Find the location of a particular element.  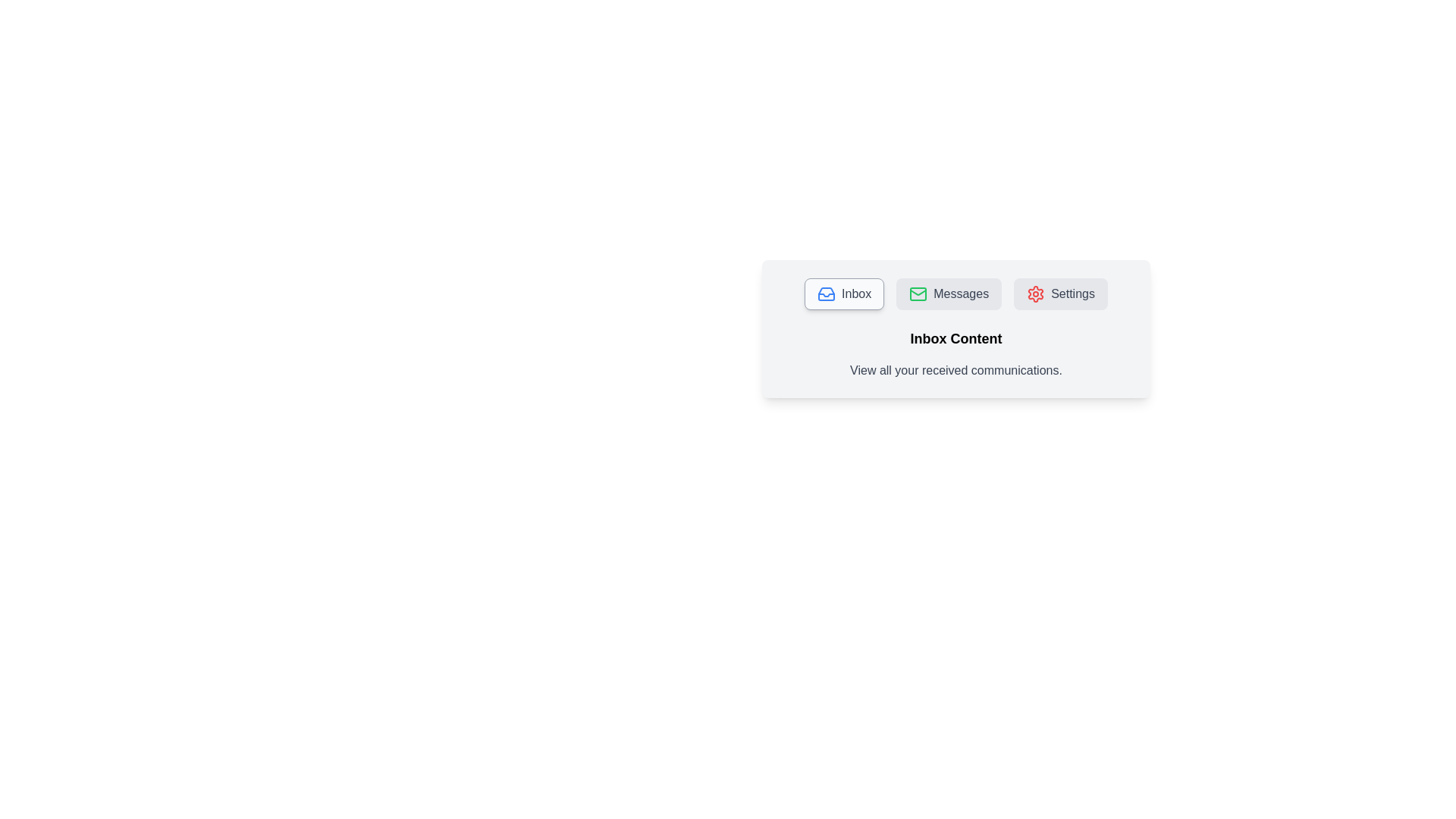

the Inbox icon to activate its corresponding tab is located at coordinates (825, 294).